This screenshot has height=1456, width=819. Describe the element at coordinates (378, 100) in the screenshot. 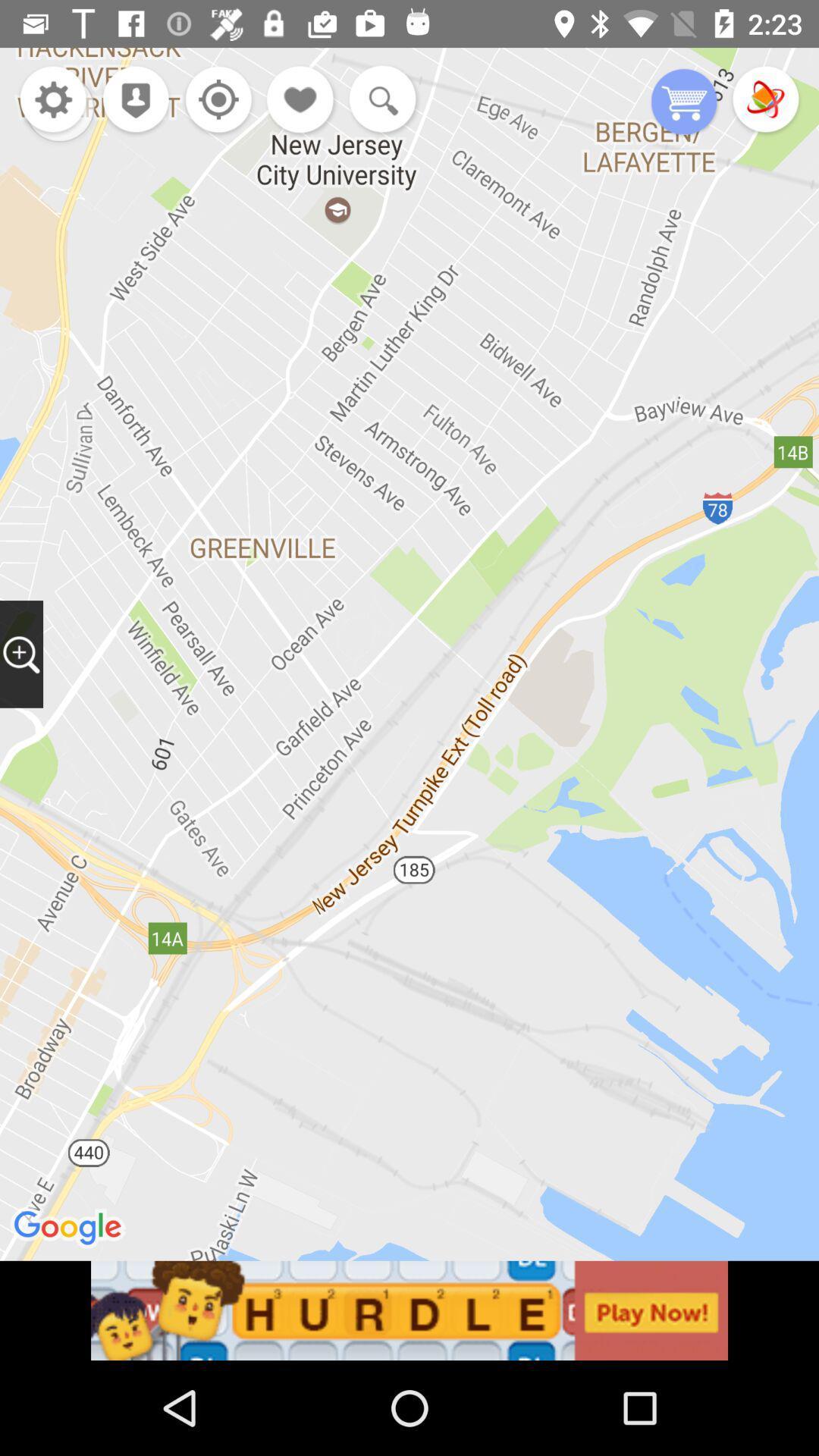

I see `search option` at that location.